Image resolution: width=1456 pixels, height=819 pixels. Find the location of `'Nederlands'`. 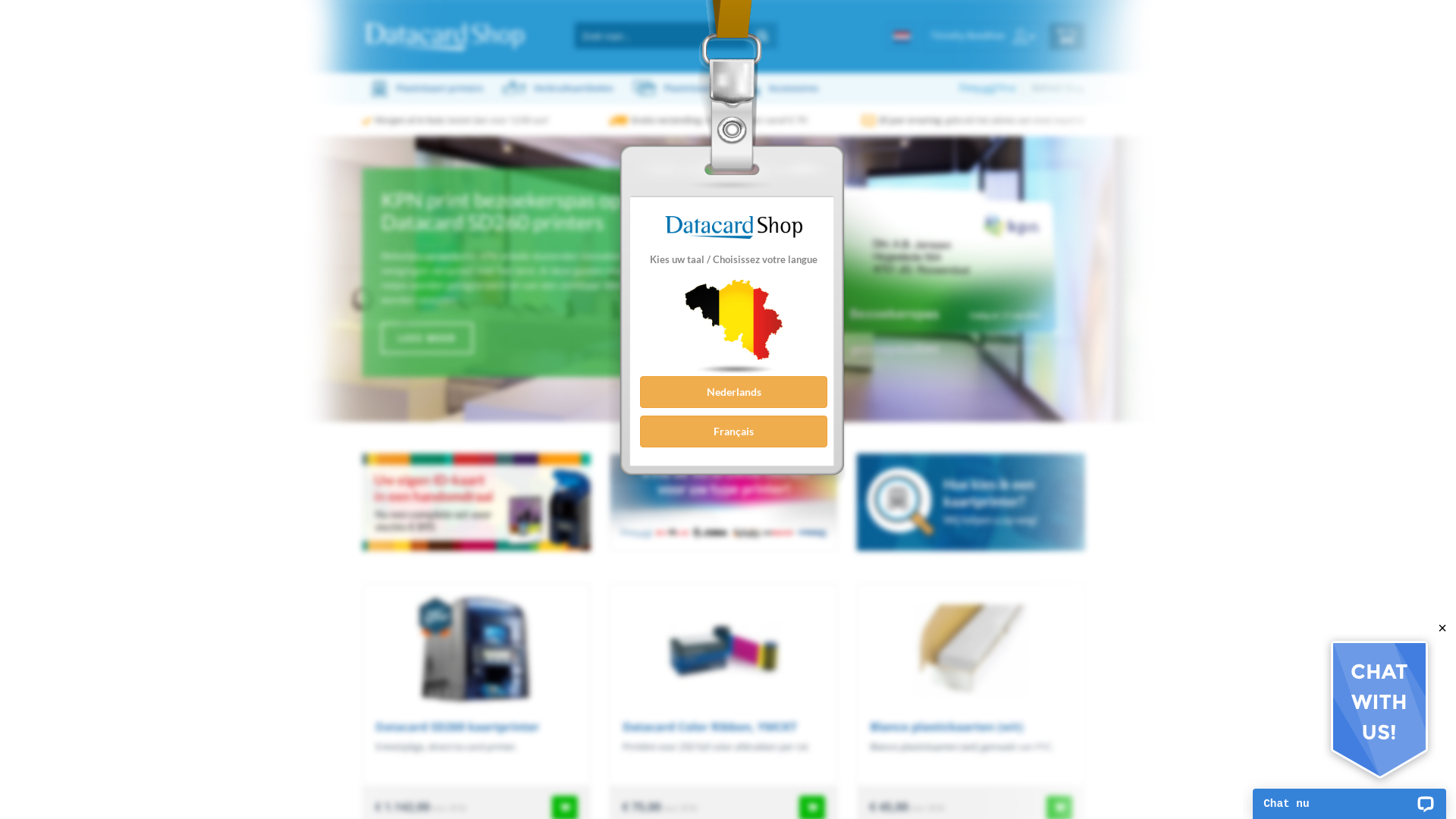

'Nederlands' is located at coordinates (733, 391).